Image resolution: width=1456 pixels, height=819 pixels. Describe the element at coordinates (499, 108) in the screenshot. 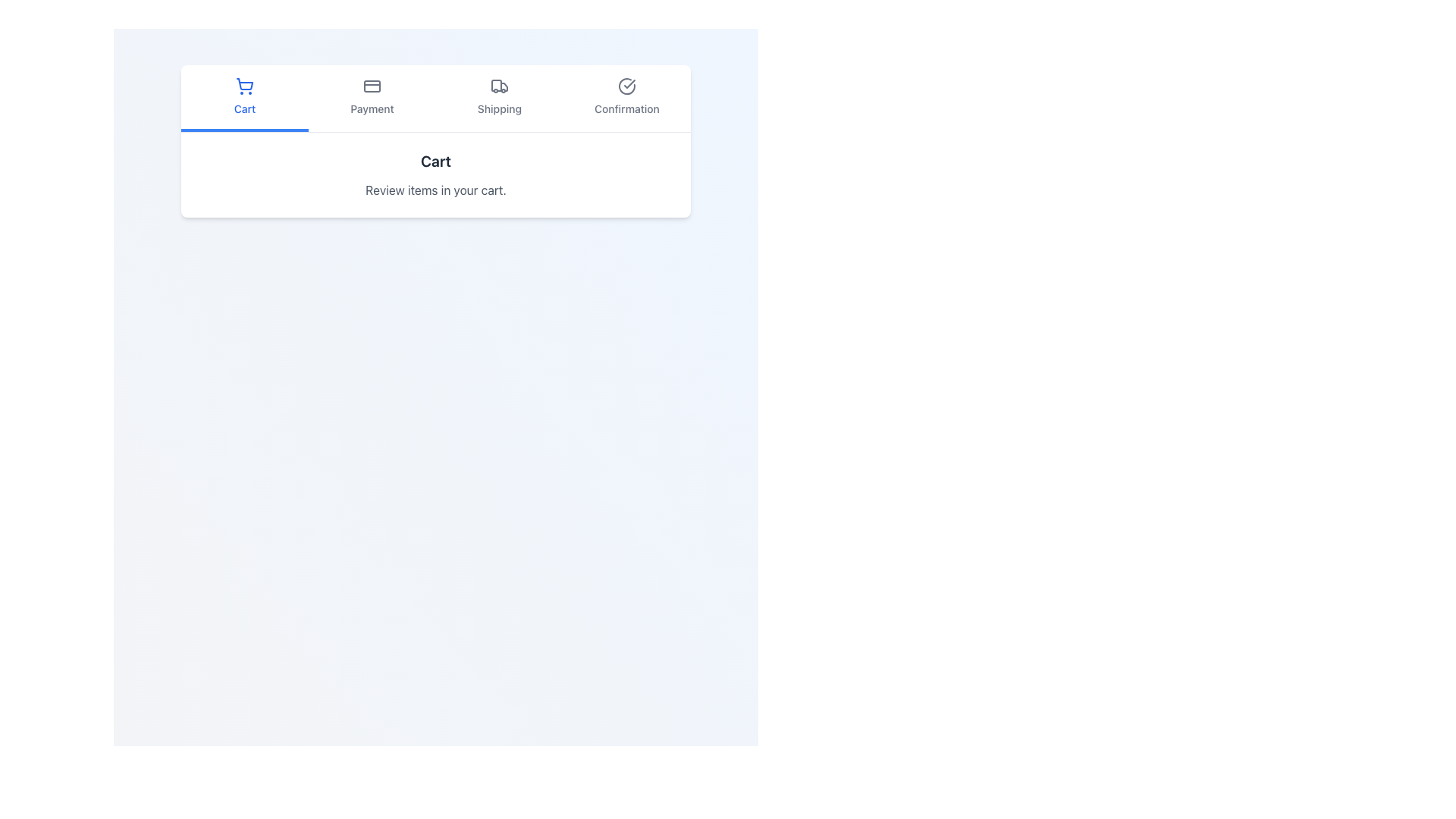

I see `text content of the 'Shipping' step label in the top navigation bar, which indicates the current stage of the checkout process` at that location.